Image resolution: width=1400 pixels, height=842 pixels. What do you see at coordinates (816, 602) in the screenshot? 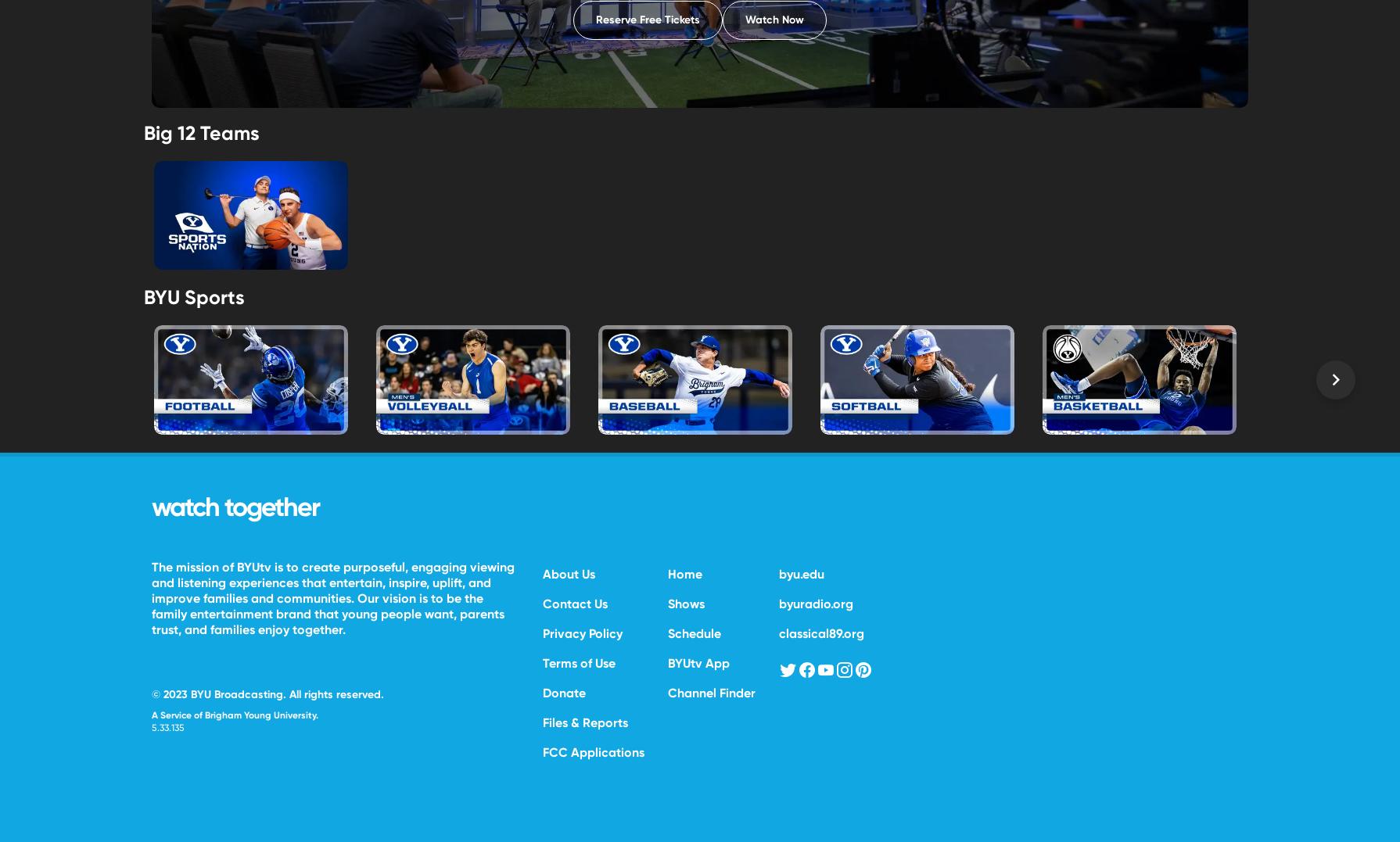
I see `'byuradio.org'` at bounding box center [816, 602].